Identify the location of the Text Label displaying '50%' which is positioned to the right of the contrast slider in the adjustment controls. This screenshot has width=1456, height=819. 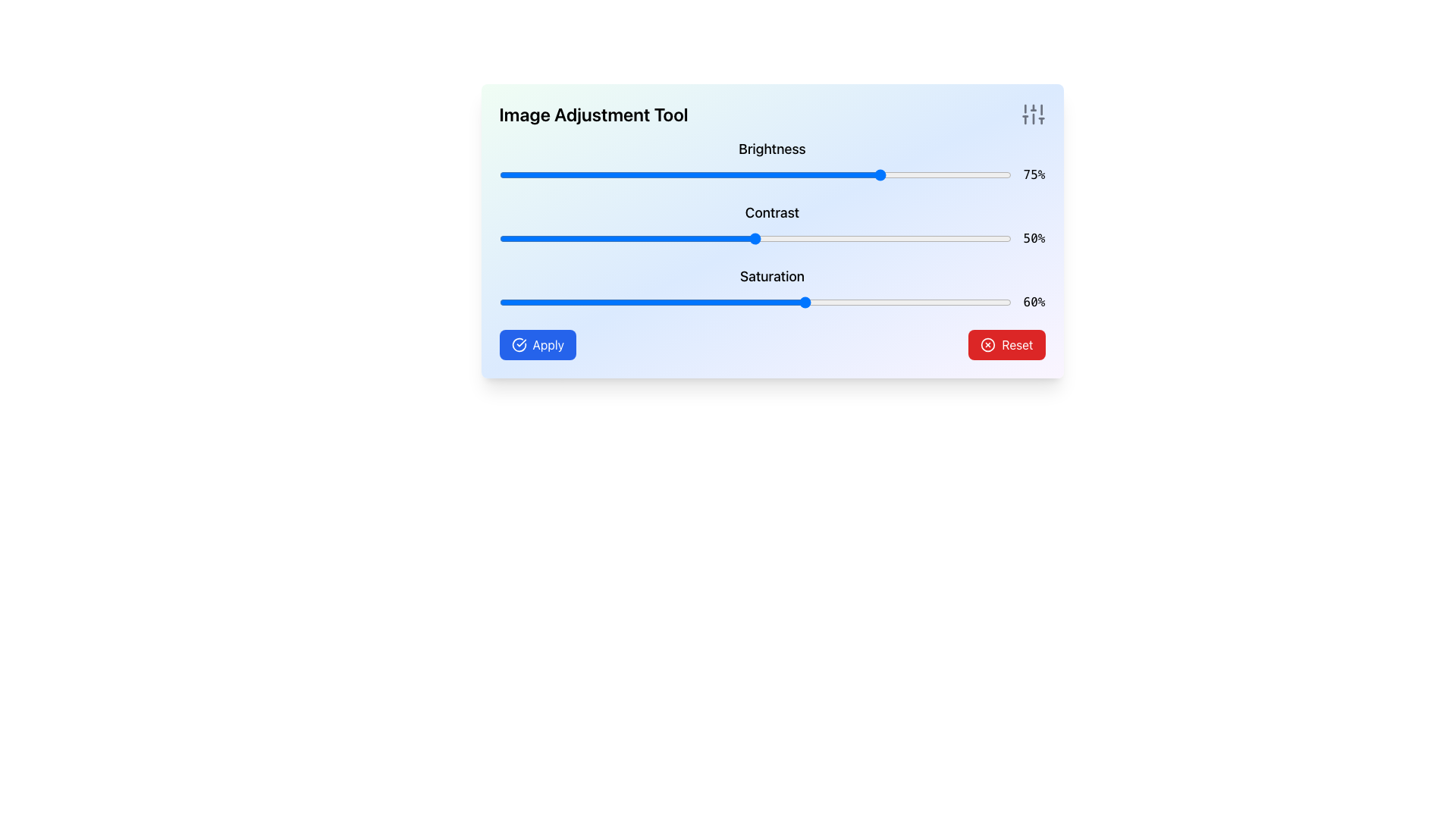
(1033, 239).